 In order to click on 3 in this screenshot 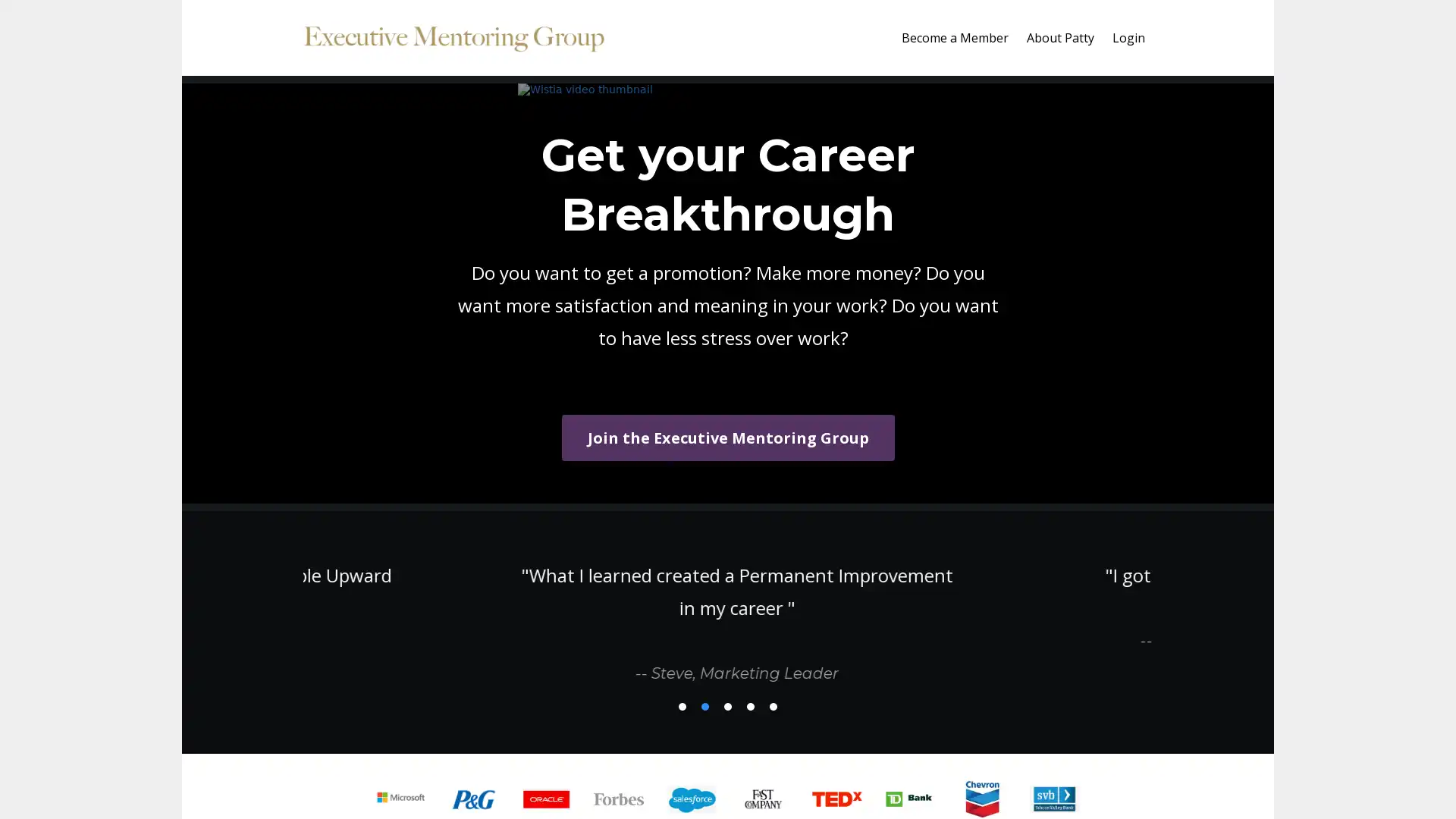, I will do `click(728, 672)`.